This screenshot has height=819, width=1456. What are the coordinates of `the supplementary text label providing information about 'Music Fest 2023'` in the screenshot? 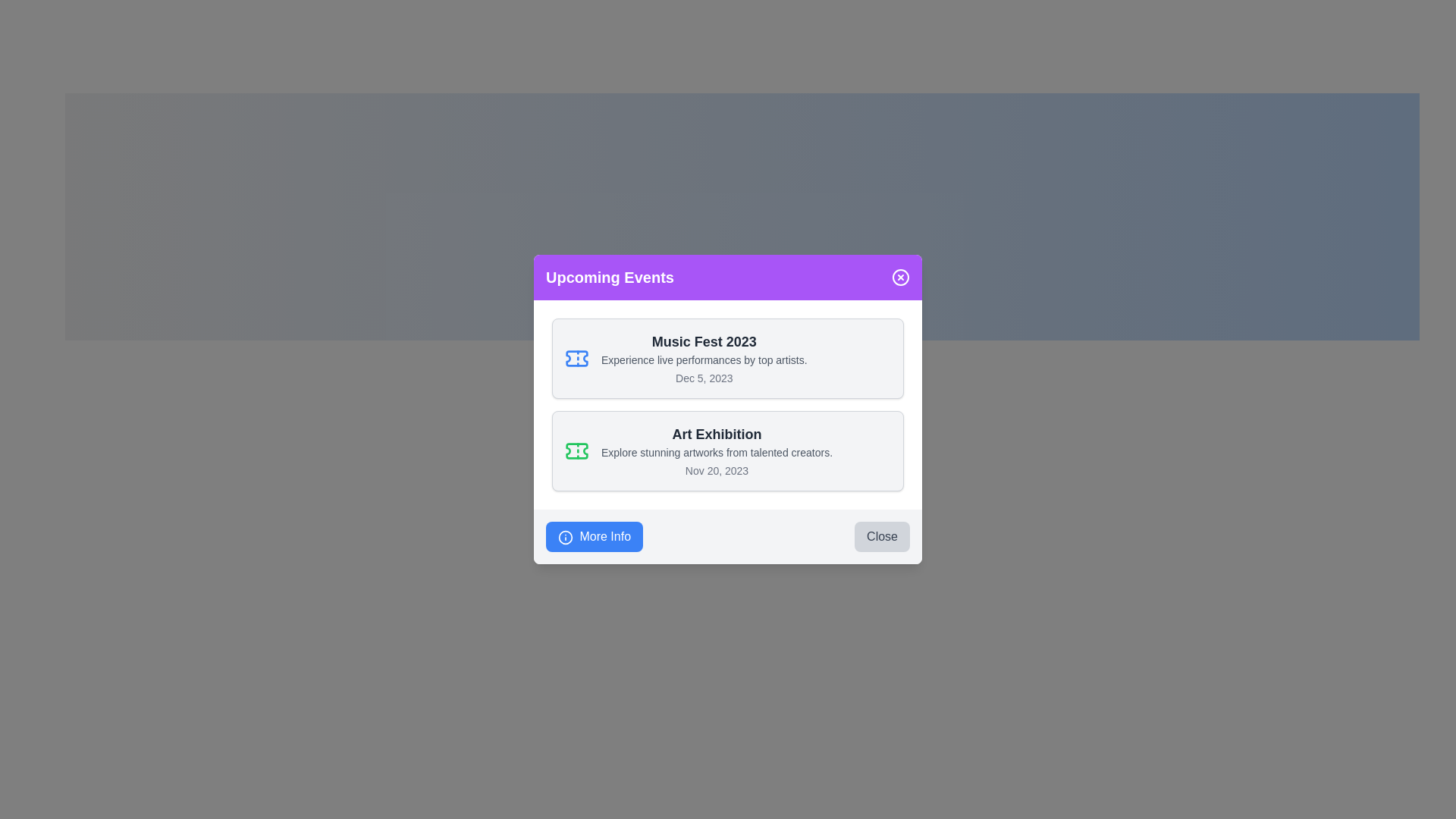 It's located at (703, 359).